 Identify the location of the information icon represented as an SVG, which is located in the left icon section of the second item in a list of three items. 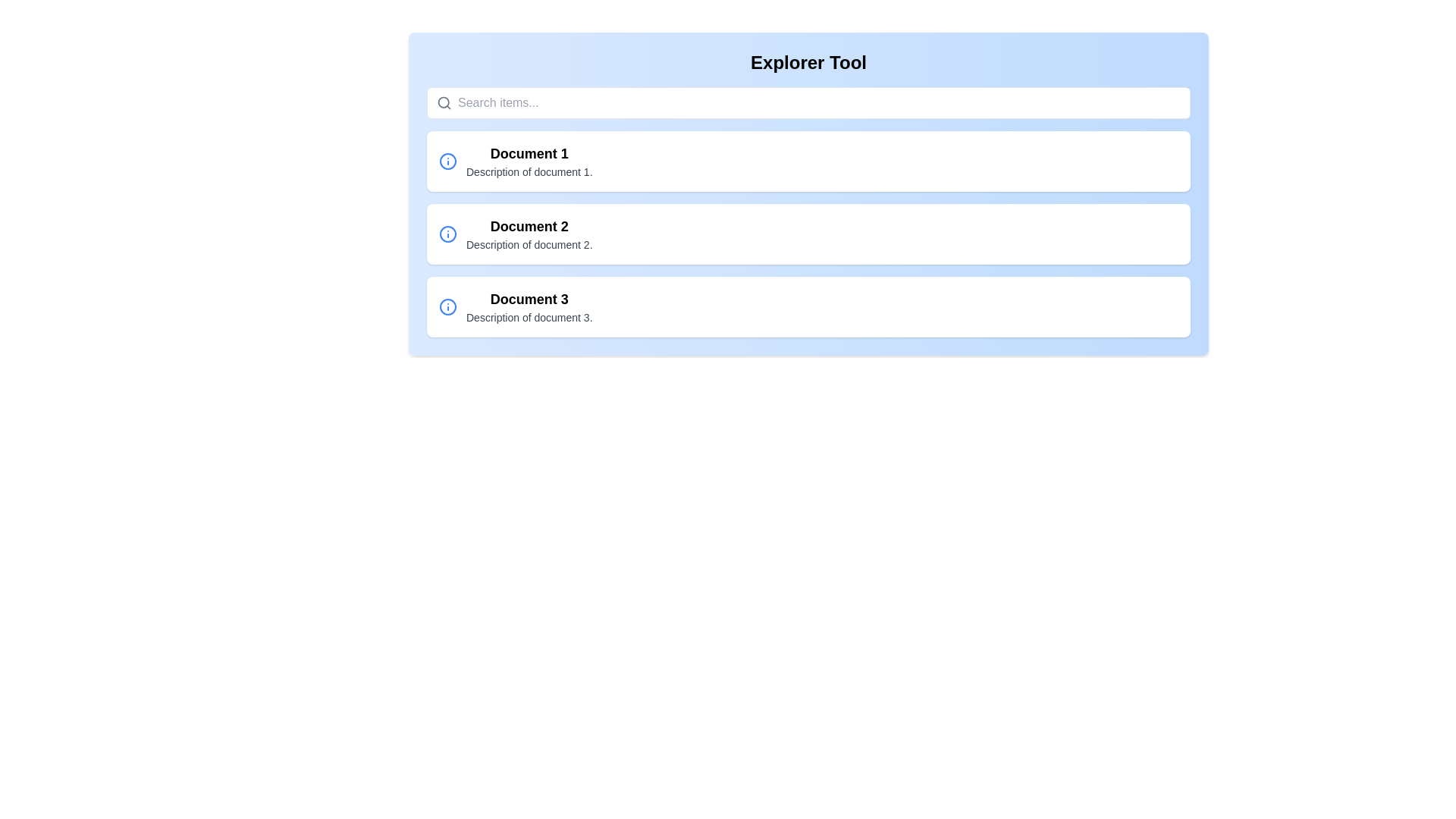
(447, 234).